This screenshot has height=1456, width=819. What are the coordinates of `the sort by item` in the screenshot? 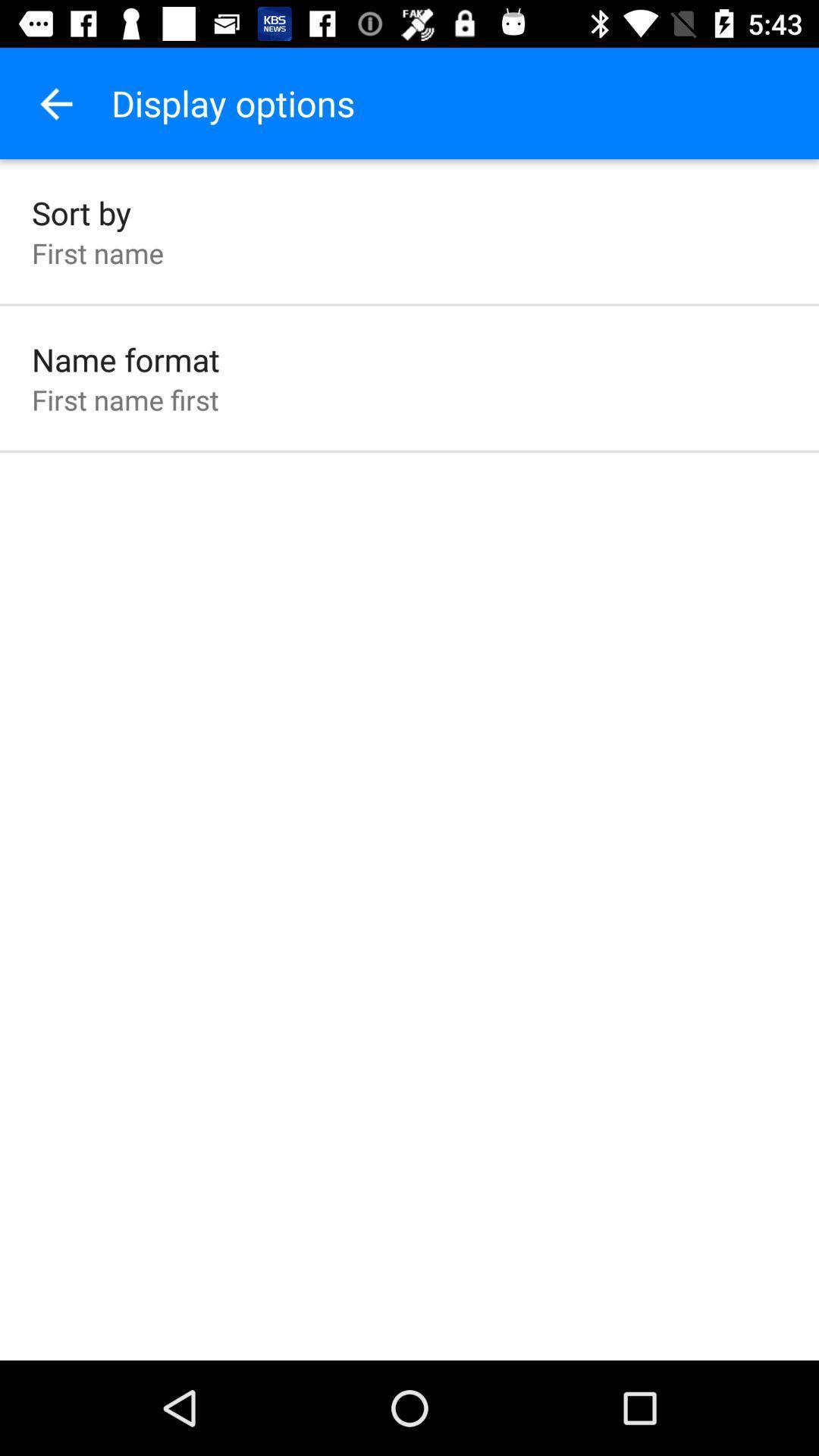 It's located at (81, 212).